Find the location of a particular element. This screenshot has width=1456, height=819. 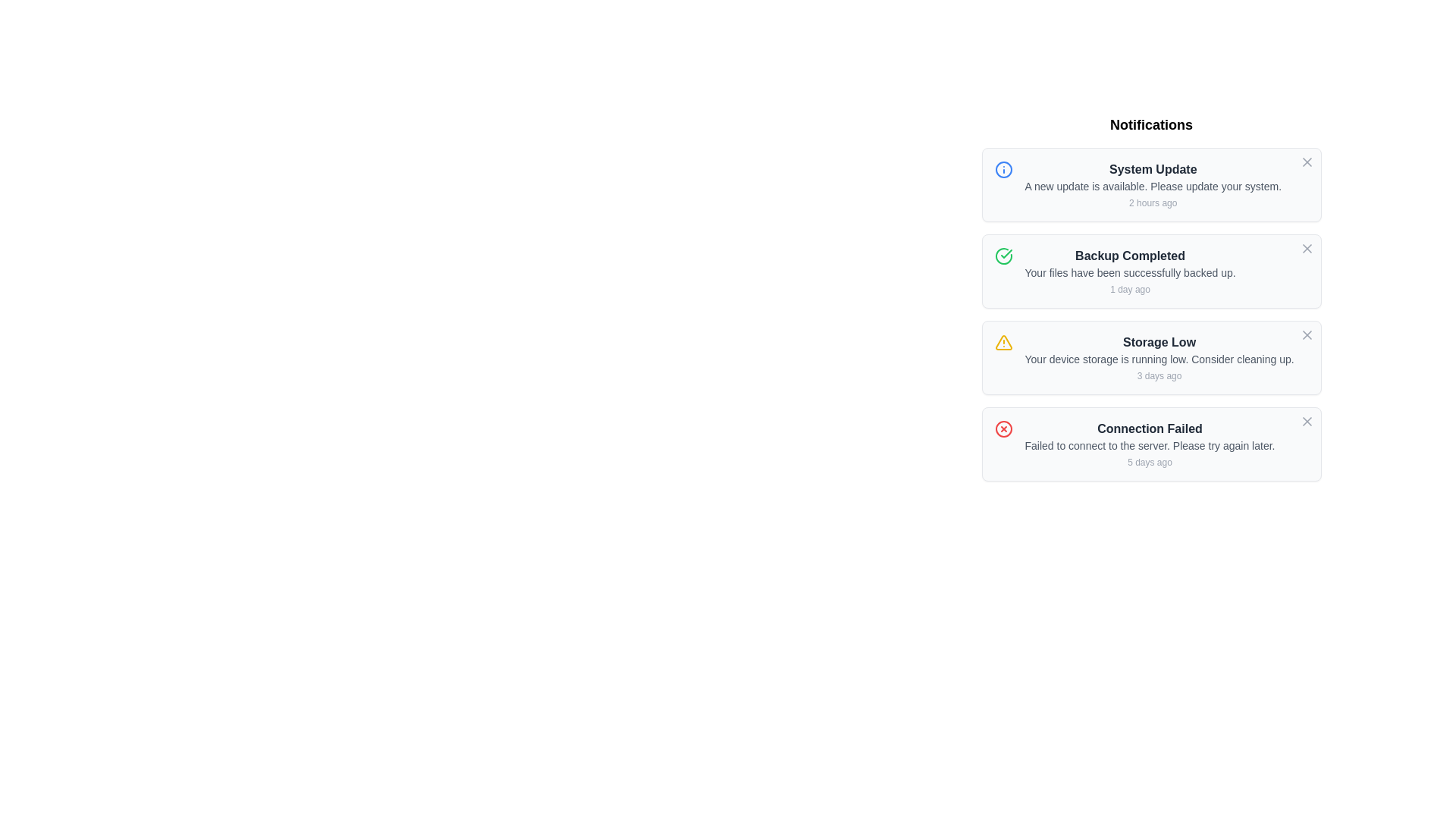

the notification titled 'Backup Completed' which is the second item in the Notifications list is located at coordinates (1151, 298).